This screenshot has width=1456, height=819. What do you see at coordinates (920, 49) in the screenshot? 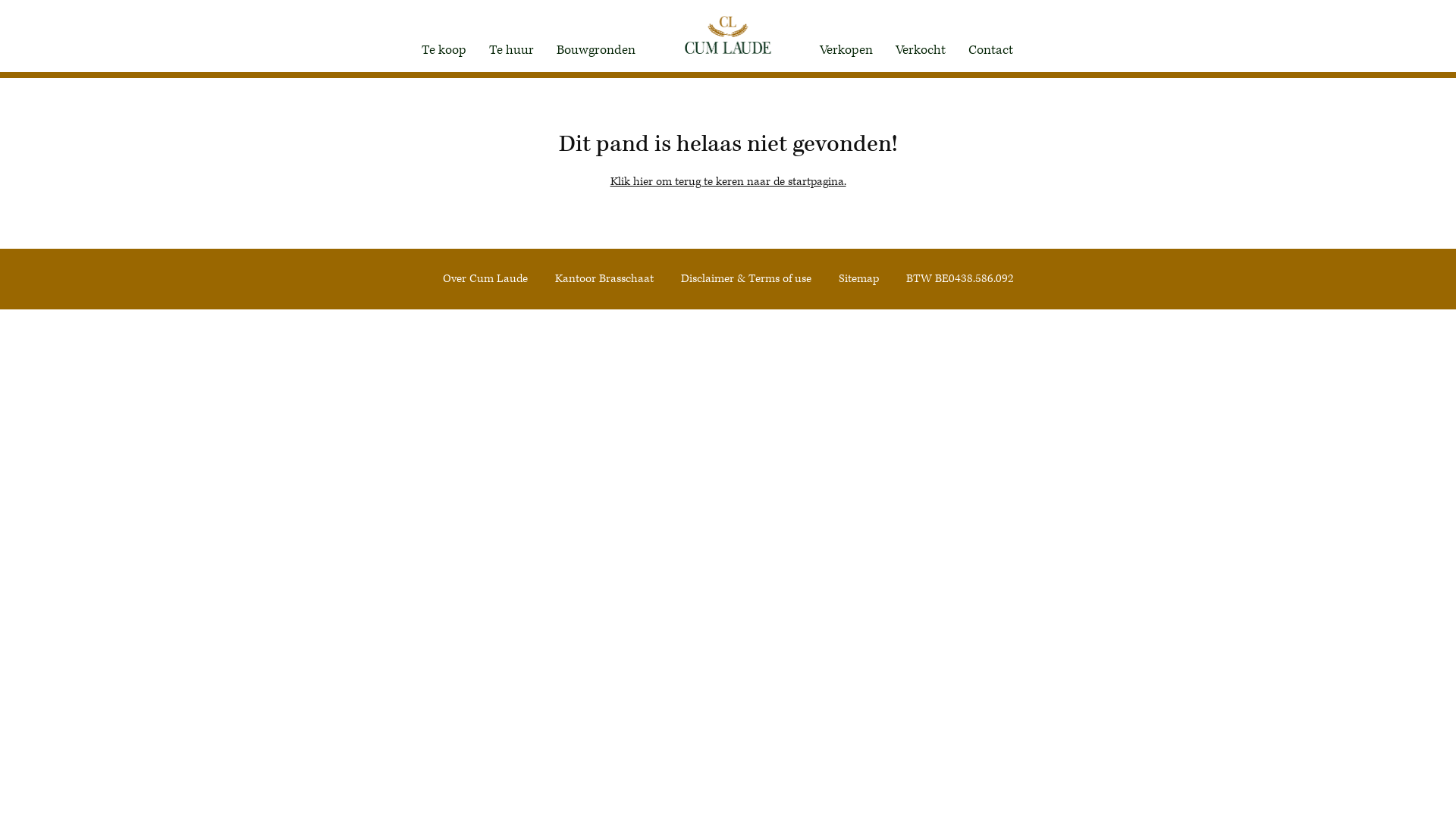
I see `'Verkocht'` at bounding box center [920, 49].